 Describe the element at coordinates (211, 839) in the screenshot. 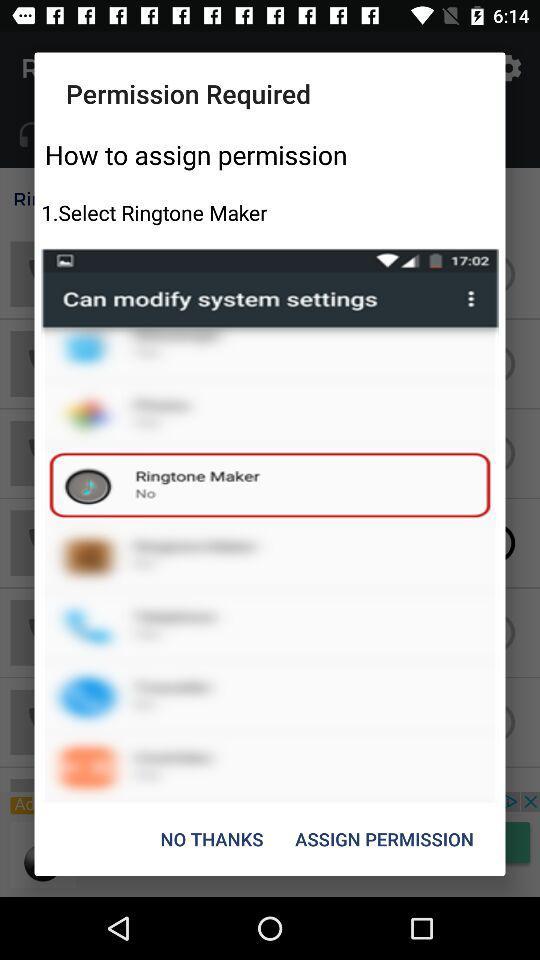

I see `icon next to the assign permission item` at that location.